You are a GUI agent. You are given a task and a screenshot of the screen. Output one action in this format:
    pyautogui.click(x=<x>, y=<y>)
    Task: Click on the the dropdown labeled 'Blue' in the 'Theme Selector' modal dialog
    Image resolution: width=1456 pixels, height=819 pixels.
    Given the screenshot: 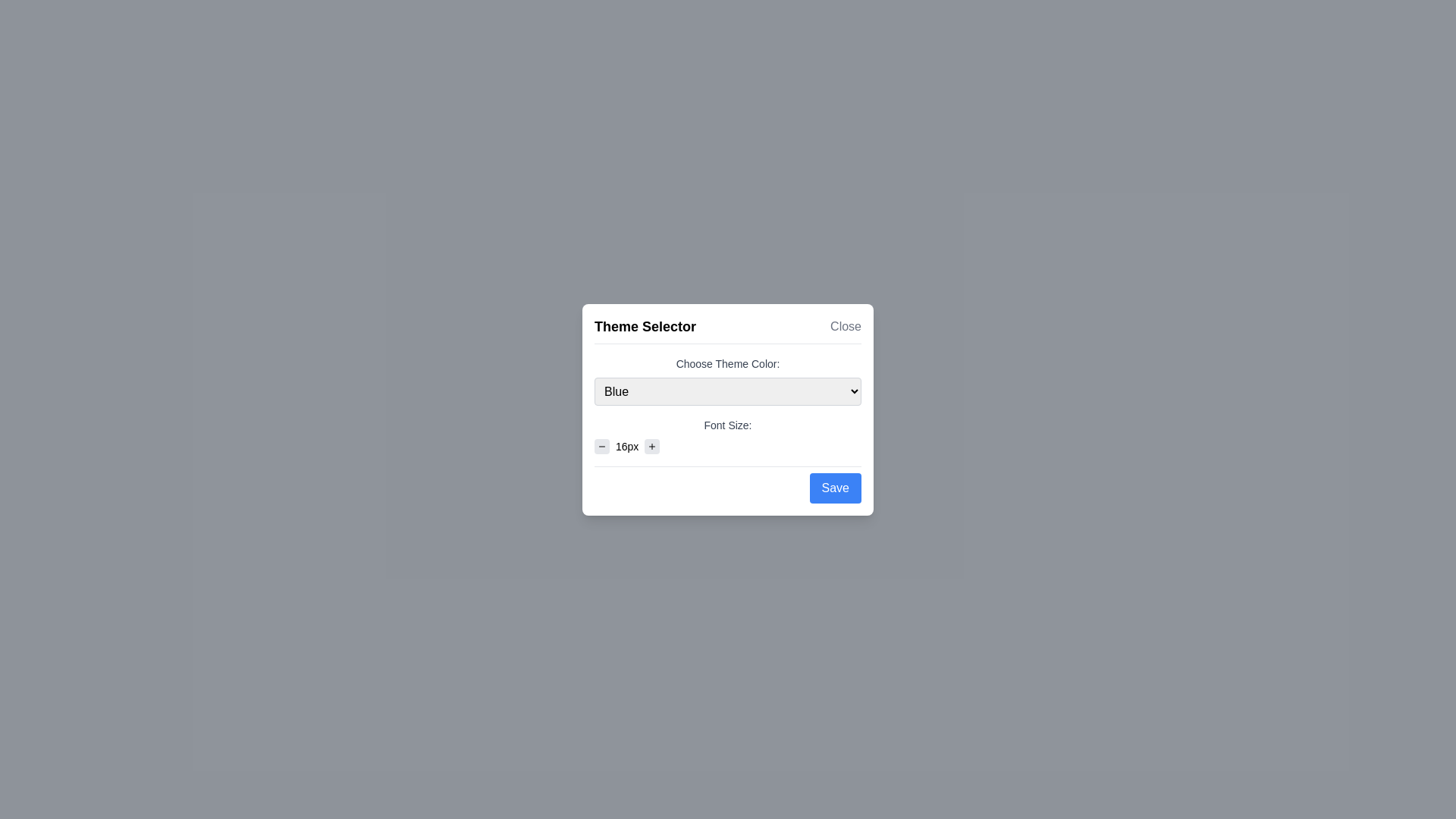 What is the action you would take?
    pyautogui.click(x=728, y=403)
    